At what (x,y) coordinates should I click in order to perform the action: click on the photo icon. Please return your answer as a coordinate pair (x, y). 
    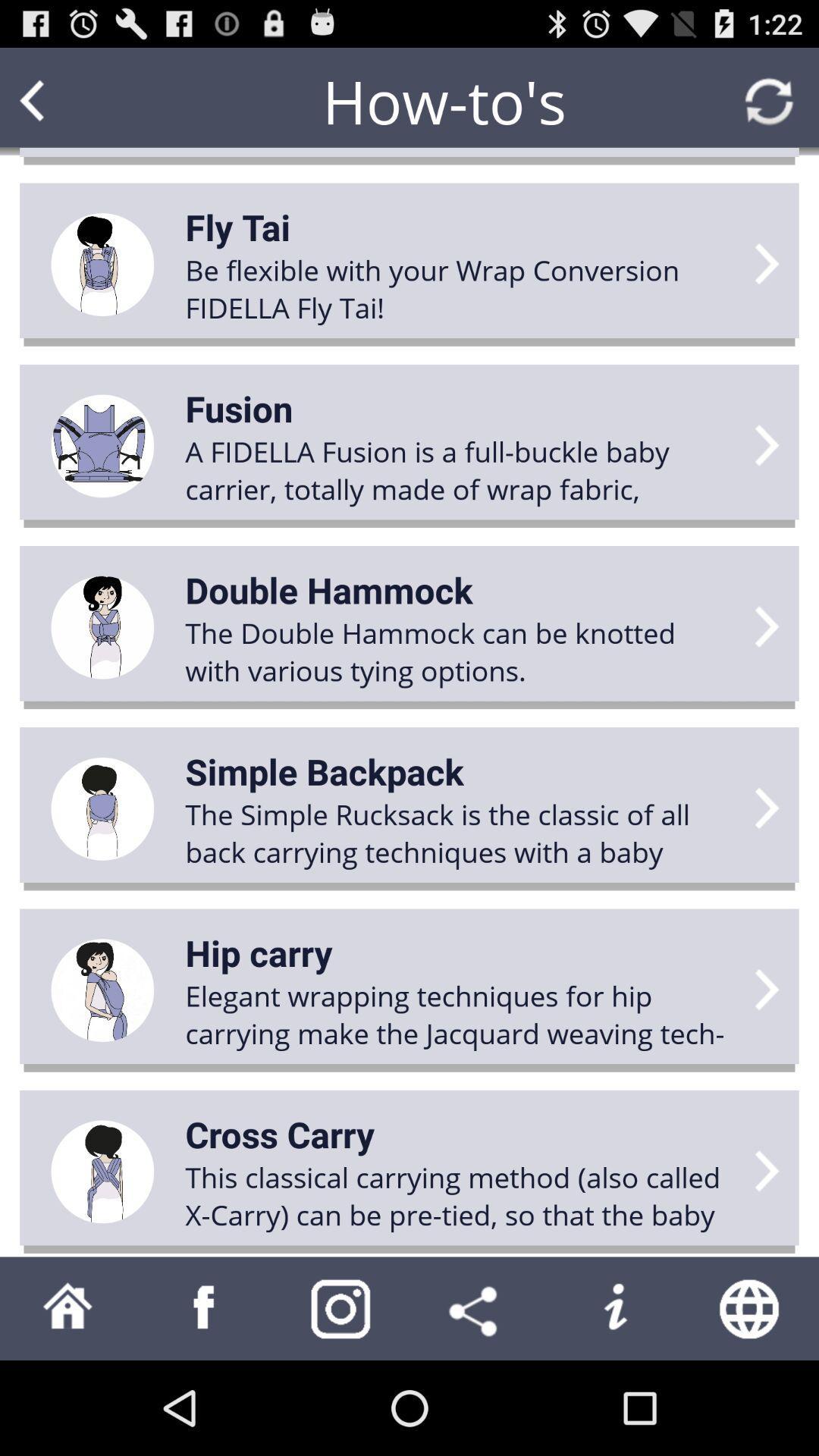
    Looking at the image, I should click on (341, 1400).